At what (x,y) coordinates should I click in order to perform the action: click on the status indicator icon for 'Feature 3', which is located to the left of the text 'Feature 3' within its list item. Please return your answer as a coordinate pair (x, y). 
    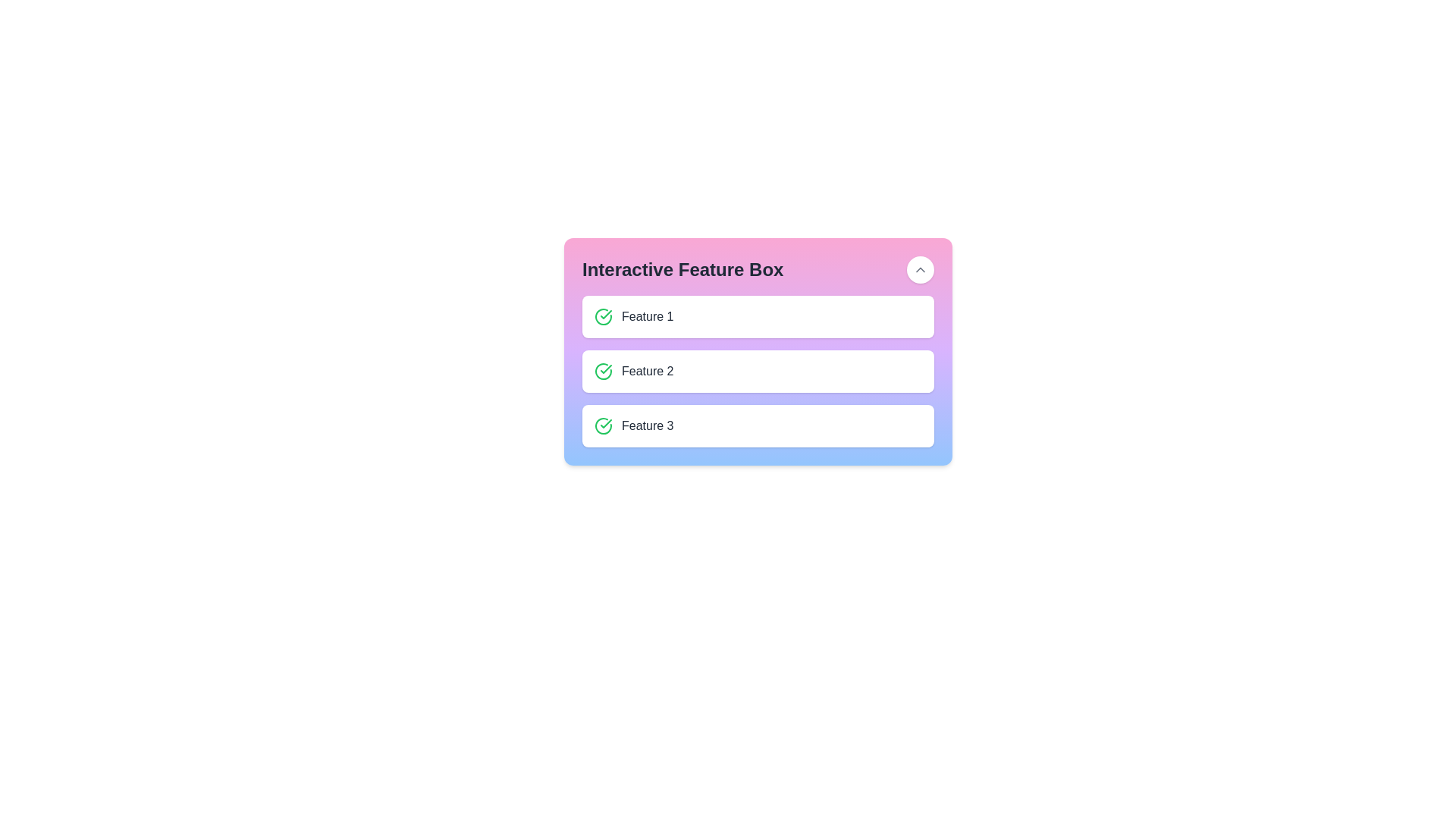
    Looking at the image, I should click on (603, 426).